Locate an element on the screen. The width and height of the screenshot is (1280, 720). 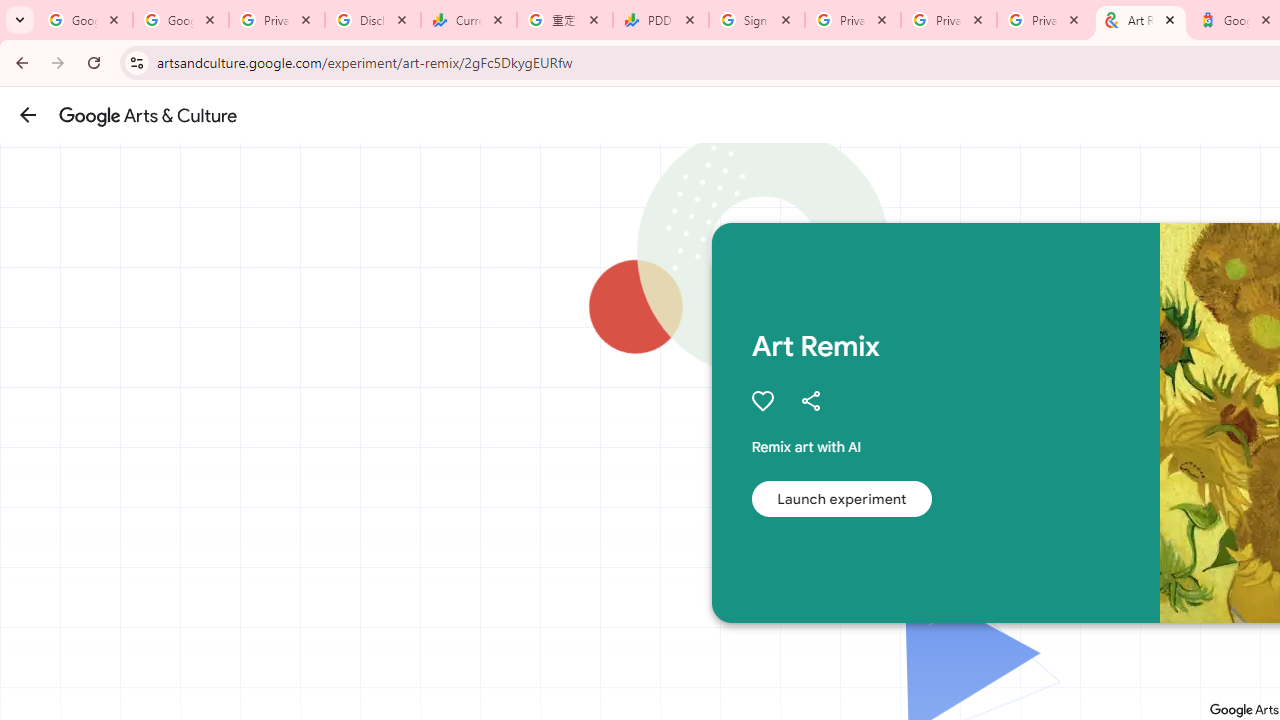
'Launch experiment' is located at coordinates (841, 497).